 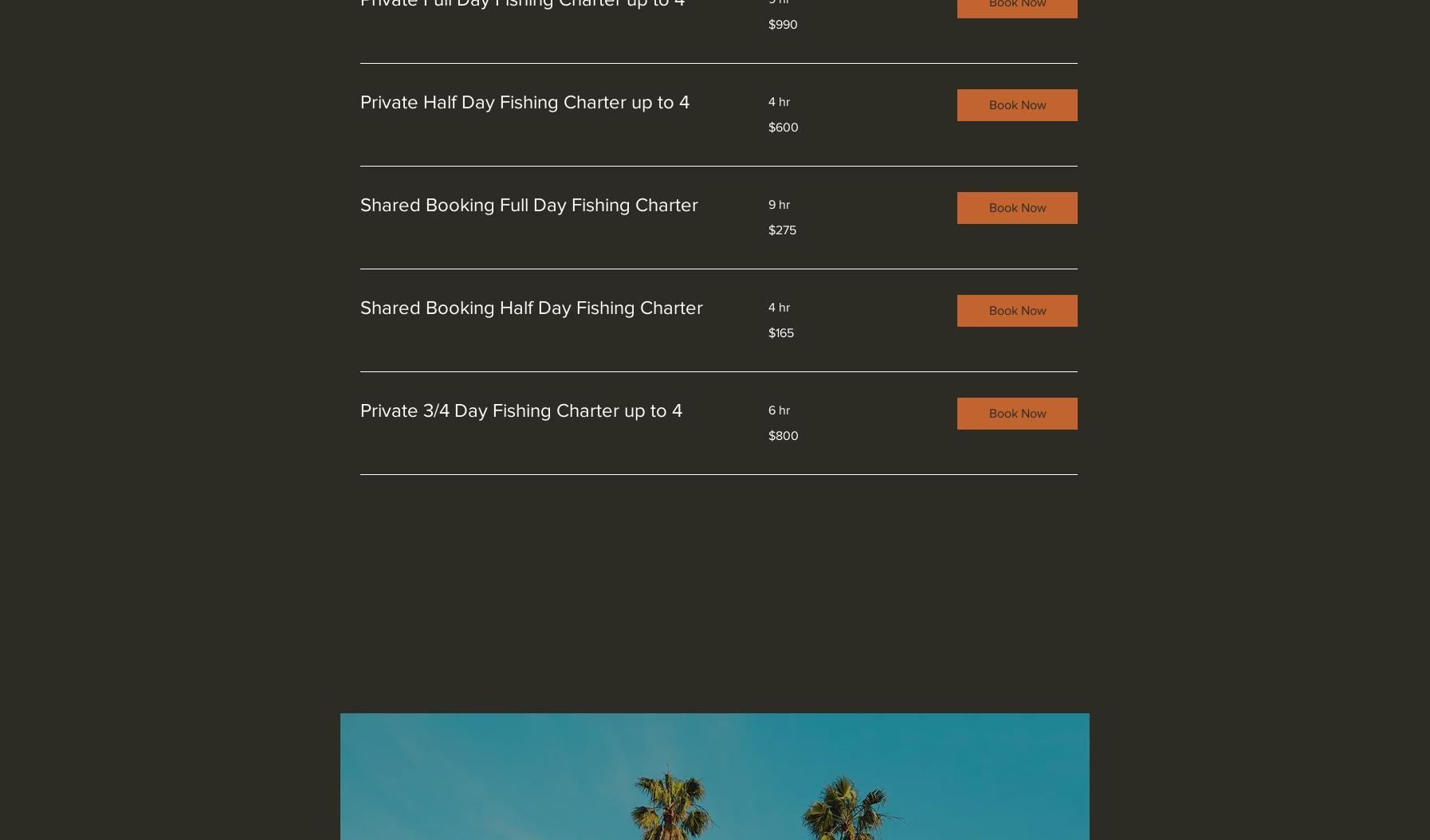 What do you see at coordinates (521, 409) in the screenshot?
I see `'Private 3/4 Day Fishing Charter up to 4'` at bounding box center [521, 409].